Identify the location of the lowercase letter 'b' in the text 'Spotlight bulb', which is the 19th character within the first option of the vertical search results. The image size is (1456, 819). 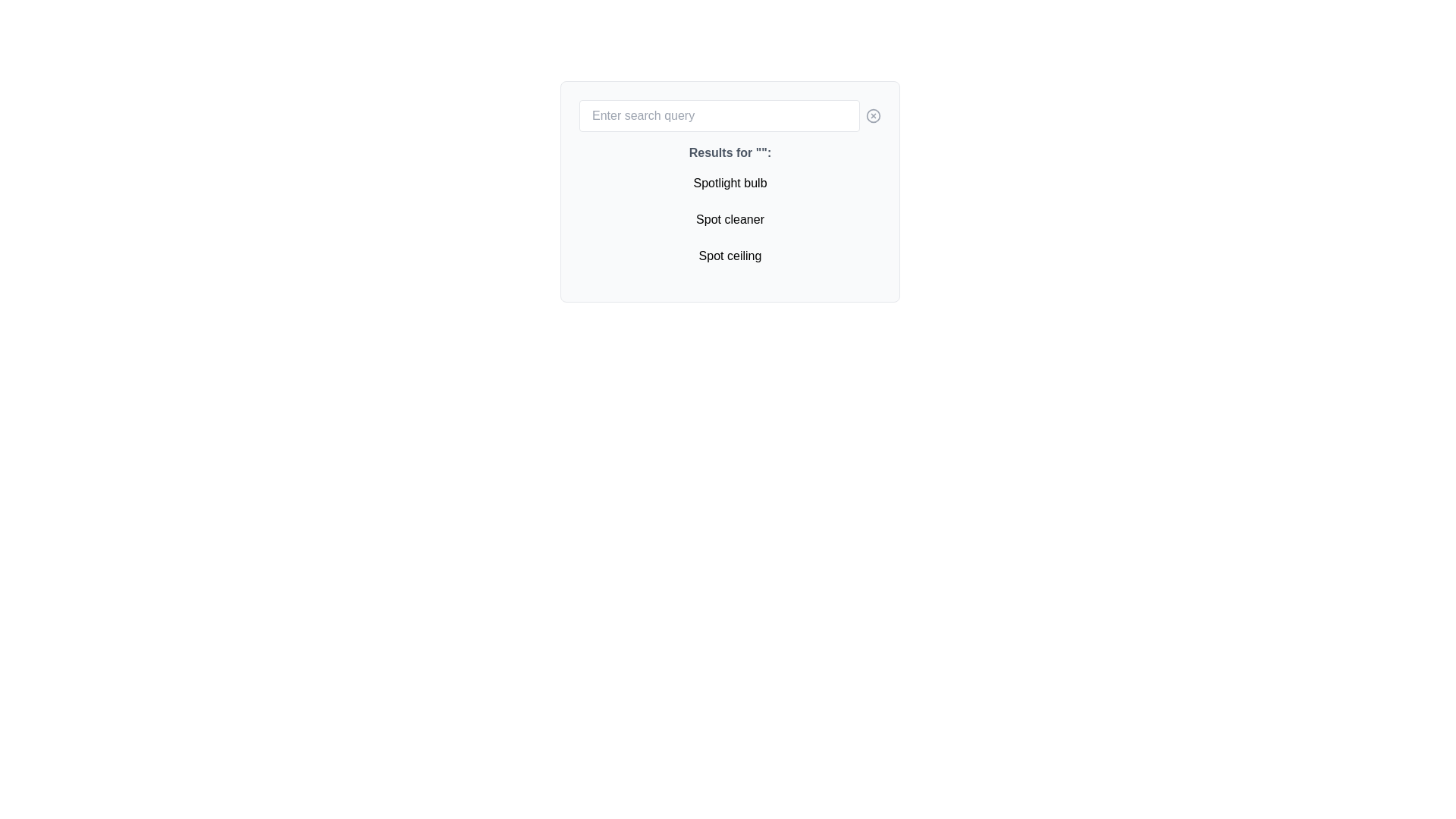
(747, 182).